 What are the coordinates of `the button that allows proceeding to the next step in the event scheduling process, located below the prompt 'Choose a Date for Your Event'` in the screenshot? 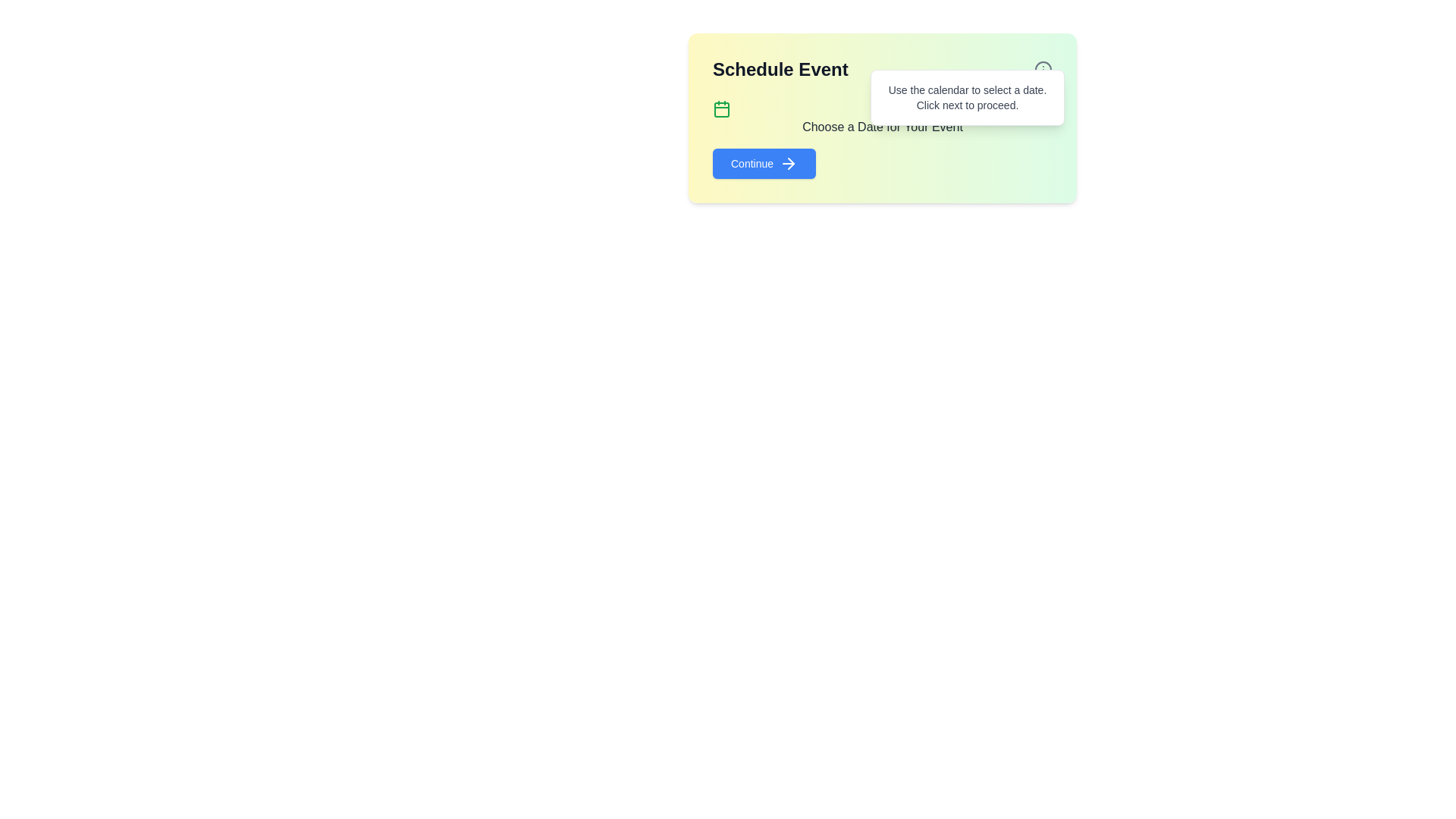 It's located at (764, 164).